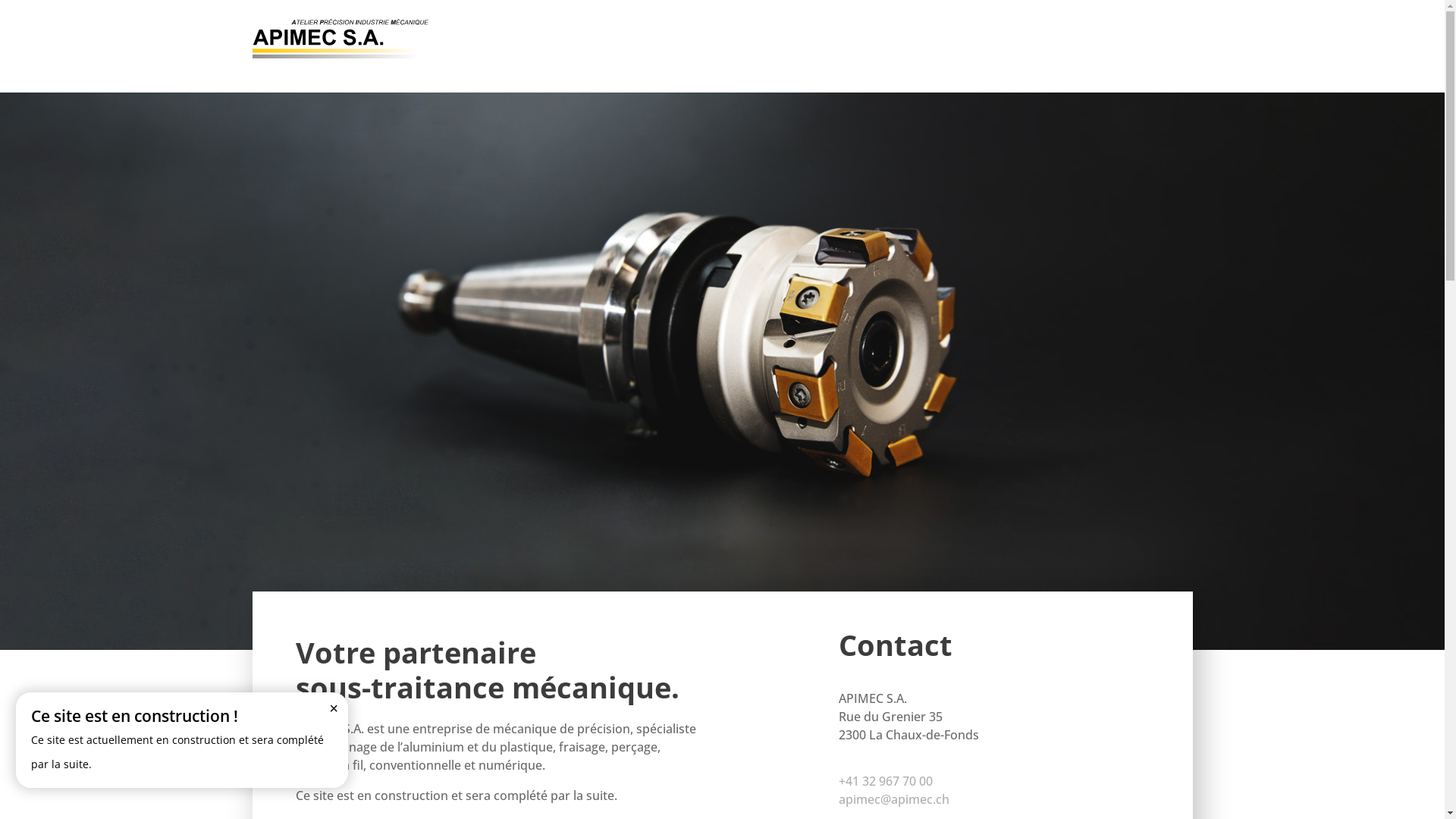 This screenshot has height=819, width=1456. Describe the element at coordinates (885, 780) in the screenshot. I see `'+41 32 967 70 00'` at that location.